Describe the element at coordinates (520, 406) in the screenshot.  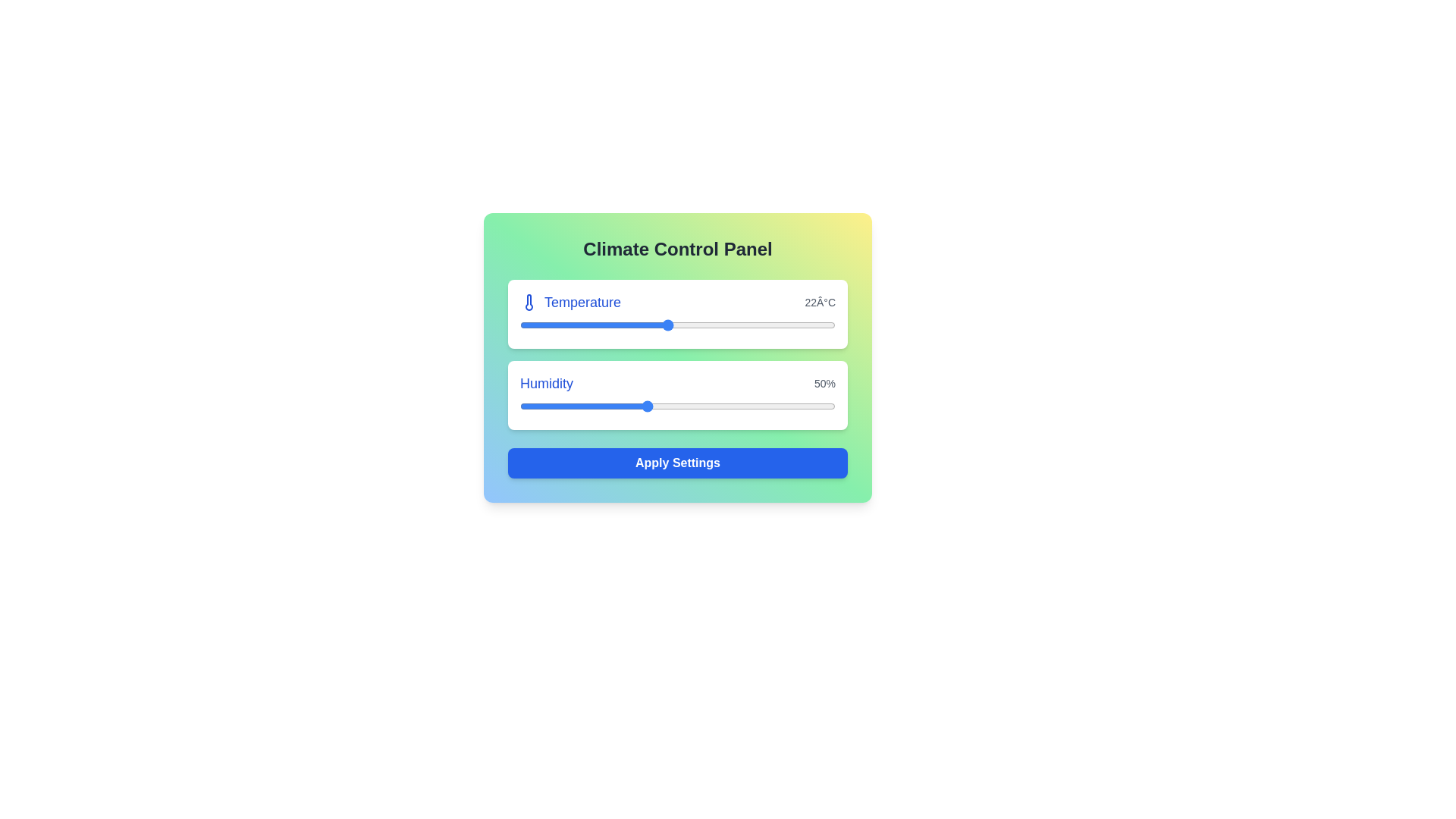
I see `the humidity level` at that location.